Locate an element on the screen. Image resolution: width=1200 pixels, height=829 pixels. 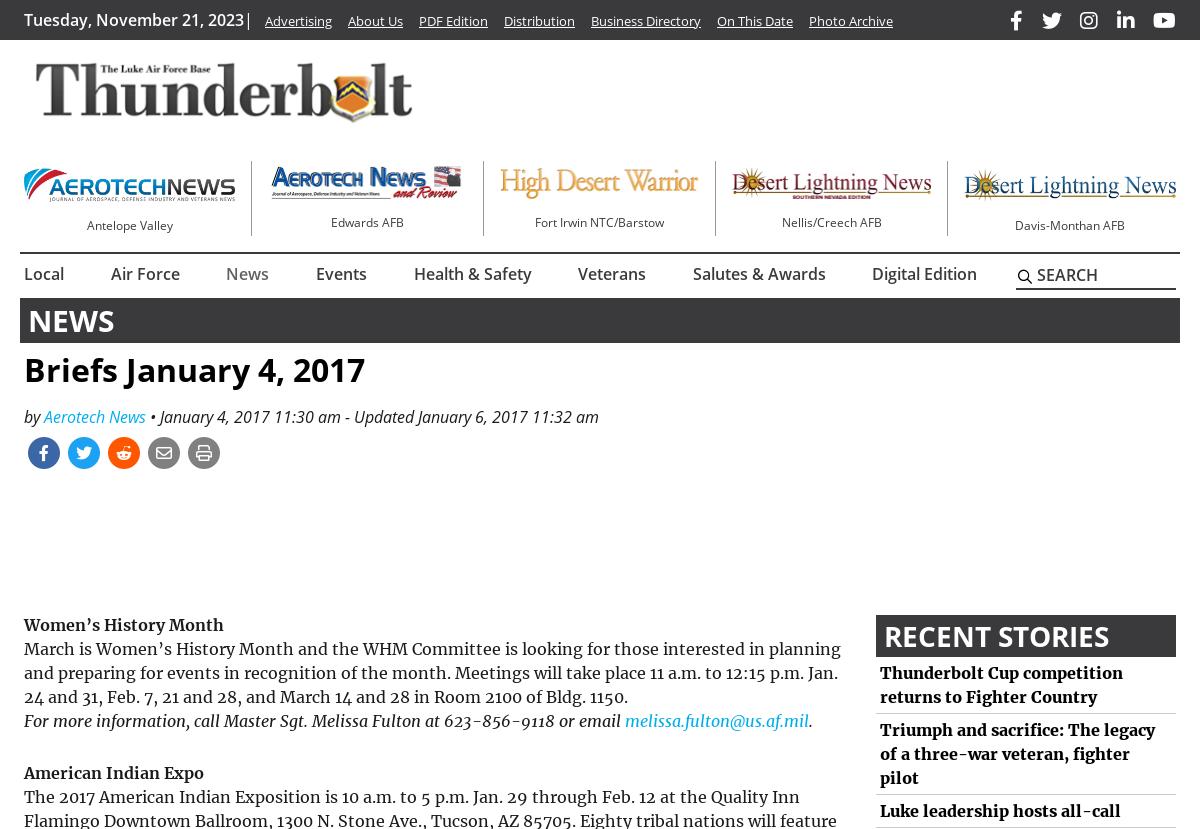
'Air Force' is located at coordinates (144, 272).